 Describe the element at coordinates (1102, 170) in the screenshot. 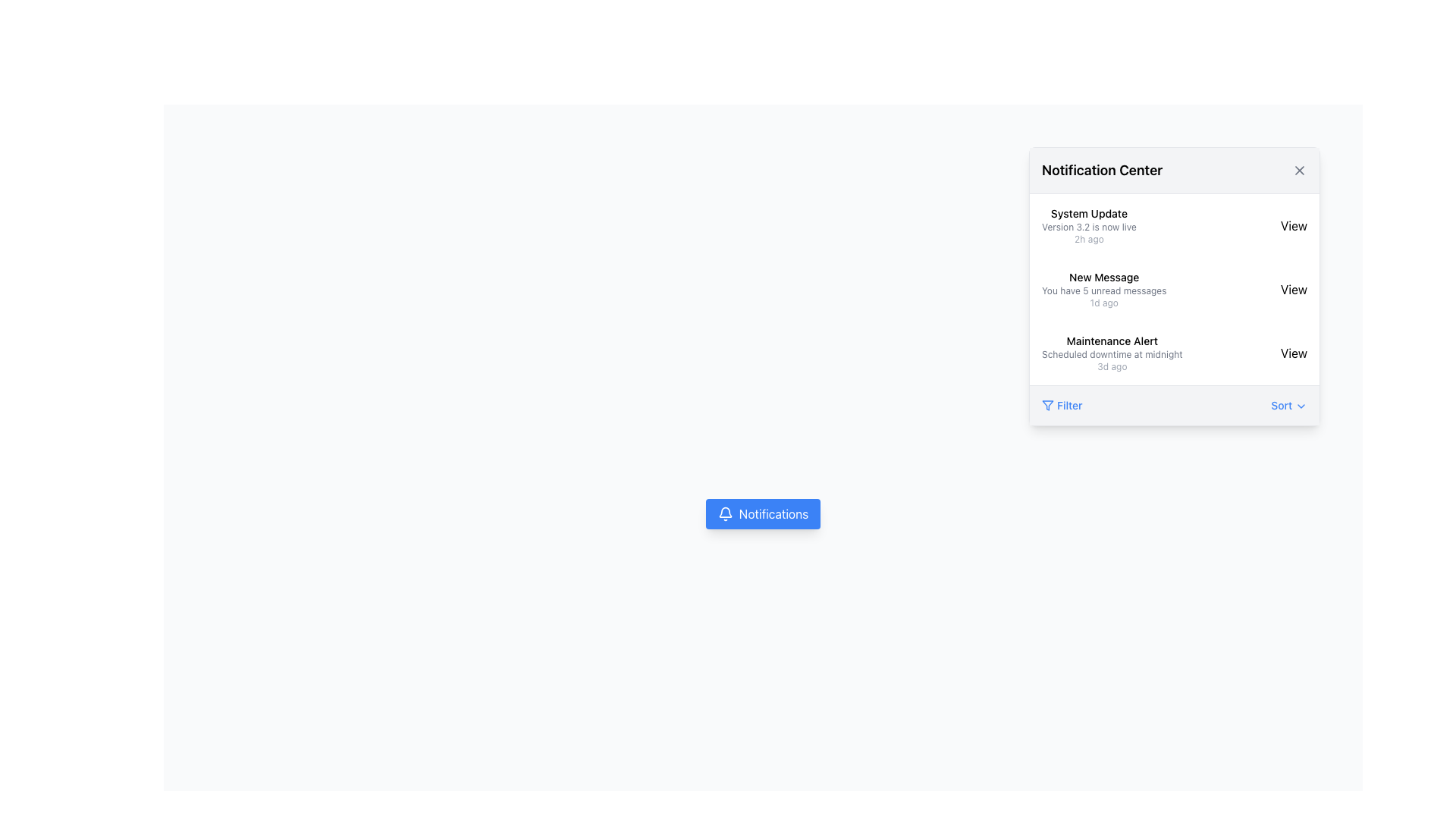

I see `the 'Notification Center' text label displayed in bold at the top of the notification panel` at that location.